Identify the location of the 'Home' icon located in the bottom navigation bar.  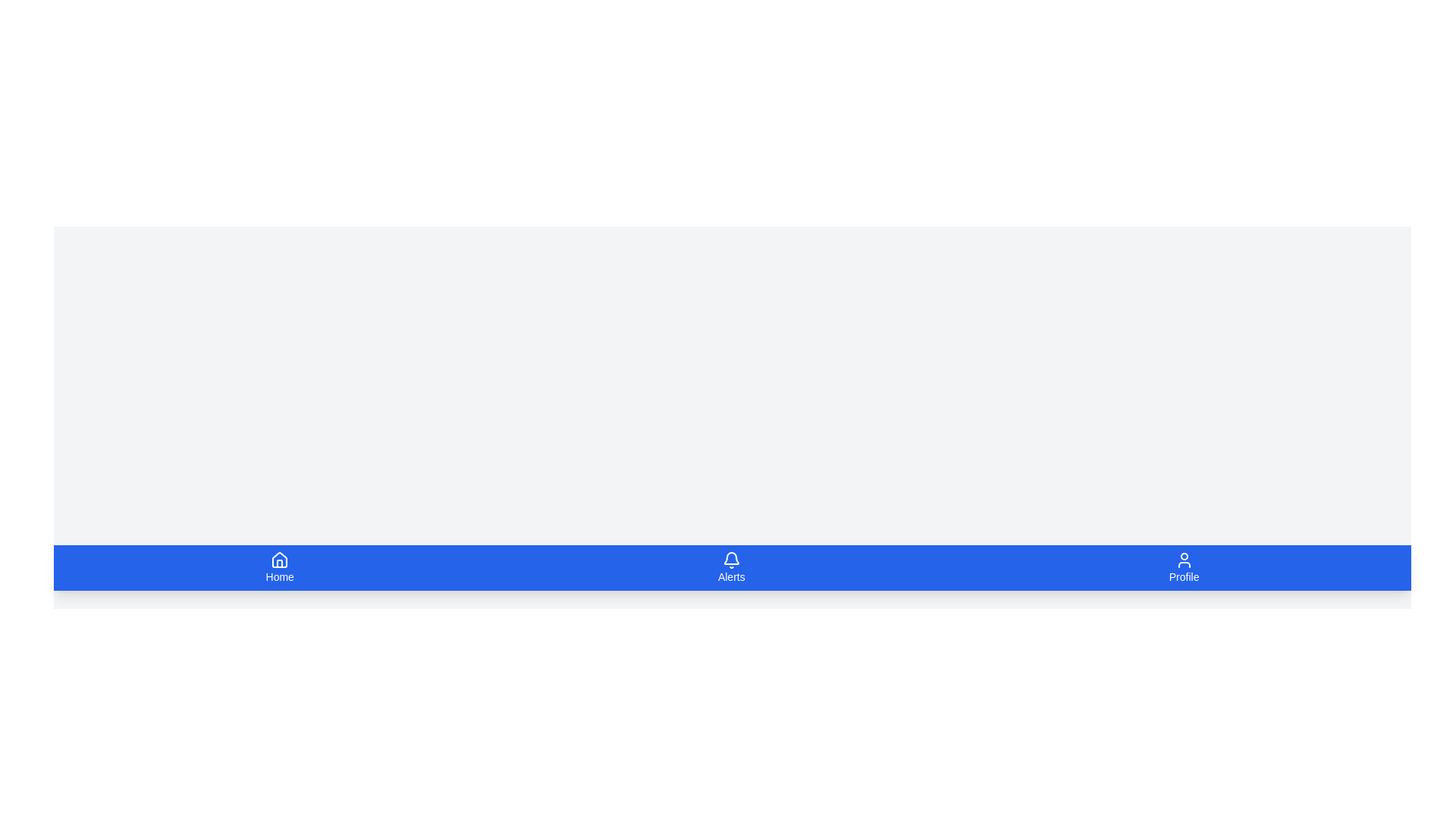
(280, 560).